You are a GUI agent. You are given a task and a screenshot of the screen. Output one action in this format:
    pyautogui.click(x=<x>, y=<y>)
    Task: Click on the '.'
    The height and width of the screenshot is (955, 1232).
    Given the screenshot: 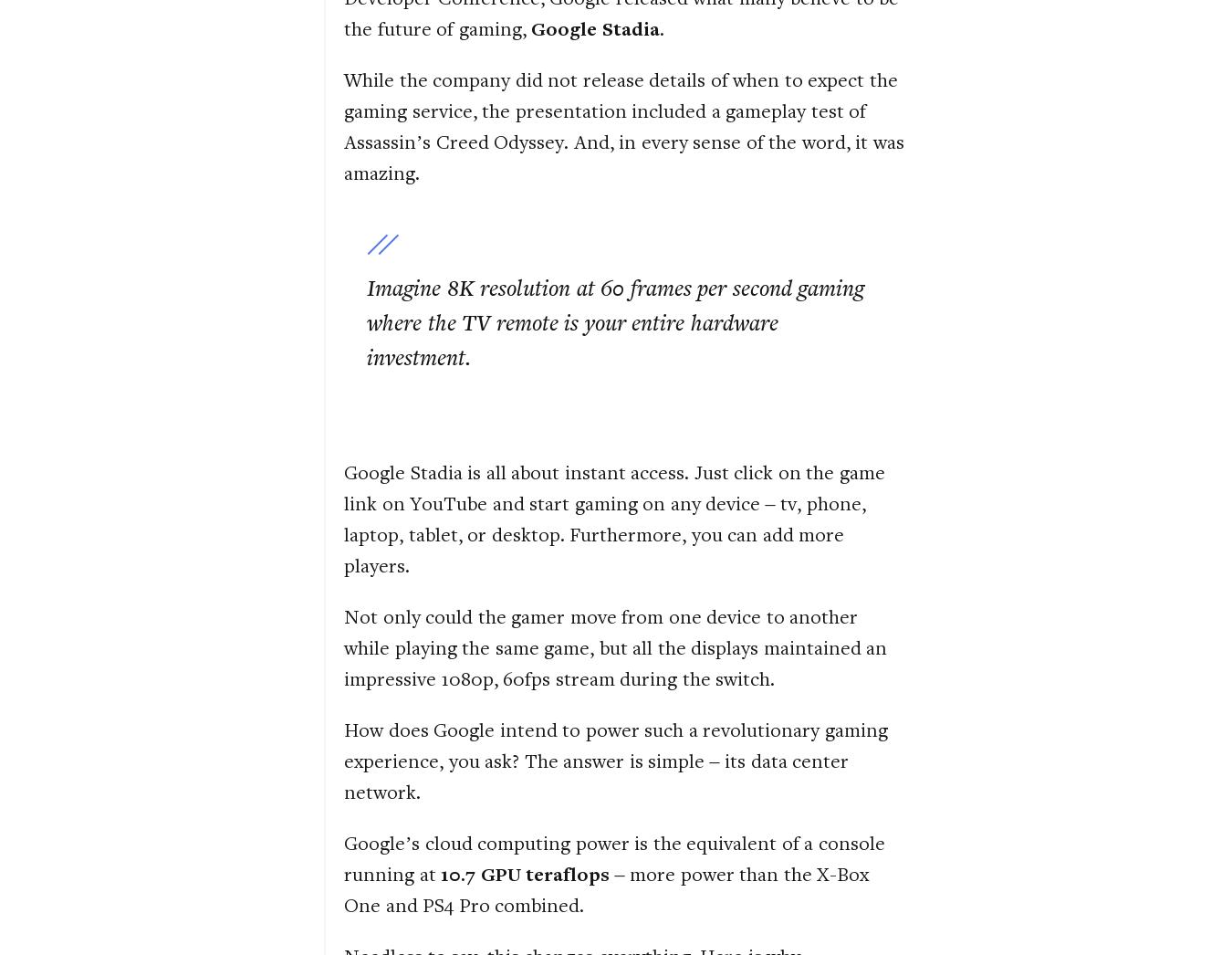 What is the action you would take?
    pyautogui.click(x=660, y=26)
    